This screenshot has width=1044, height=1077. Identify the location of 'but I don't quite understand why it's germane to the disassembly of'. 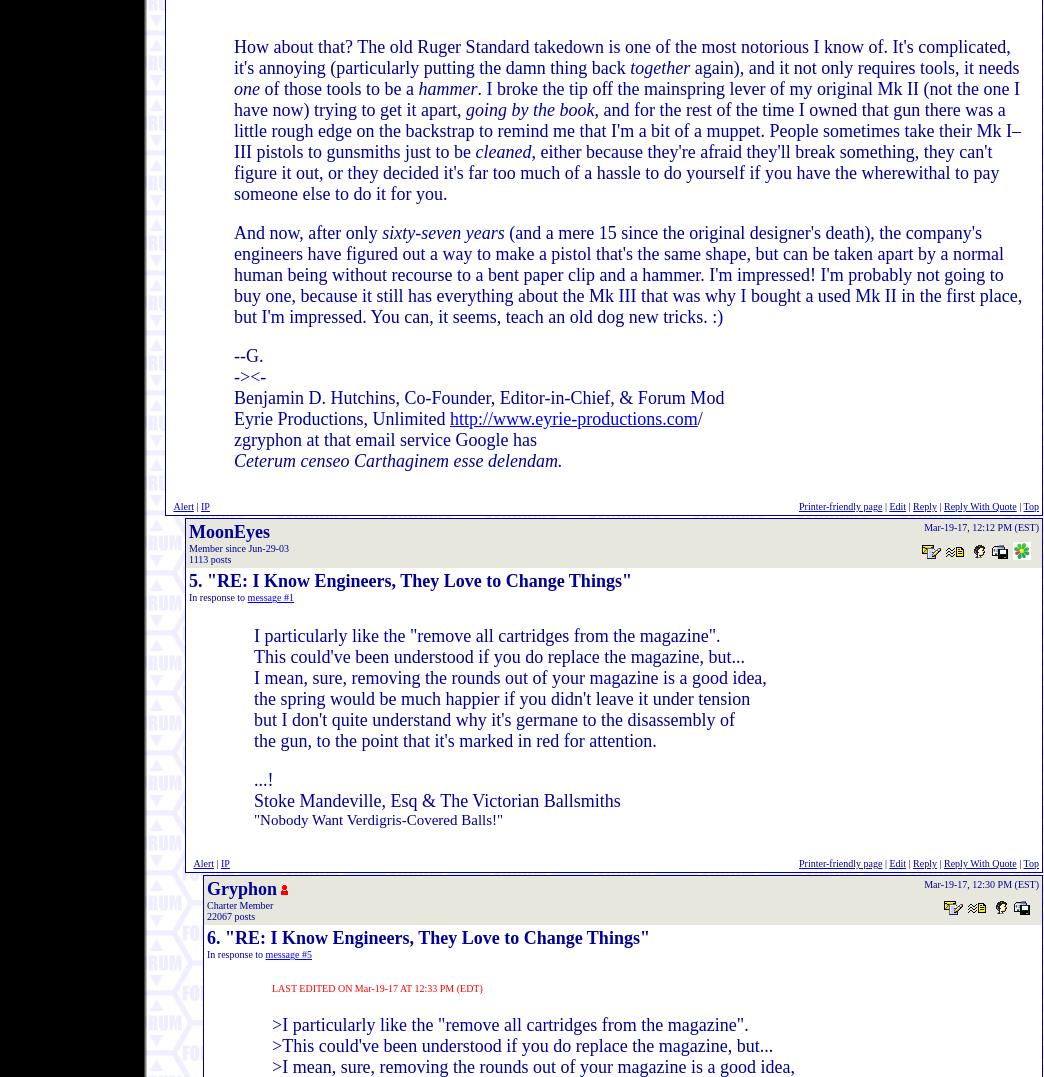
(494, 719).